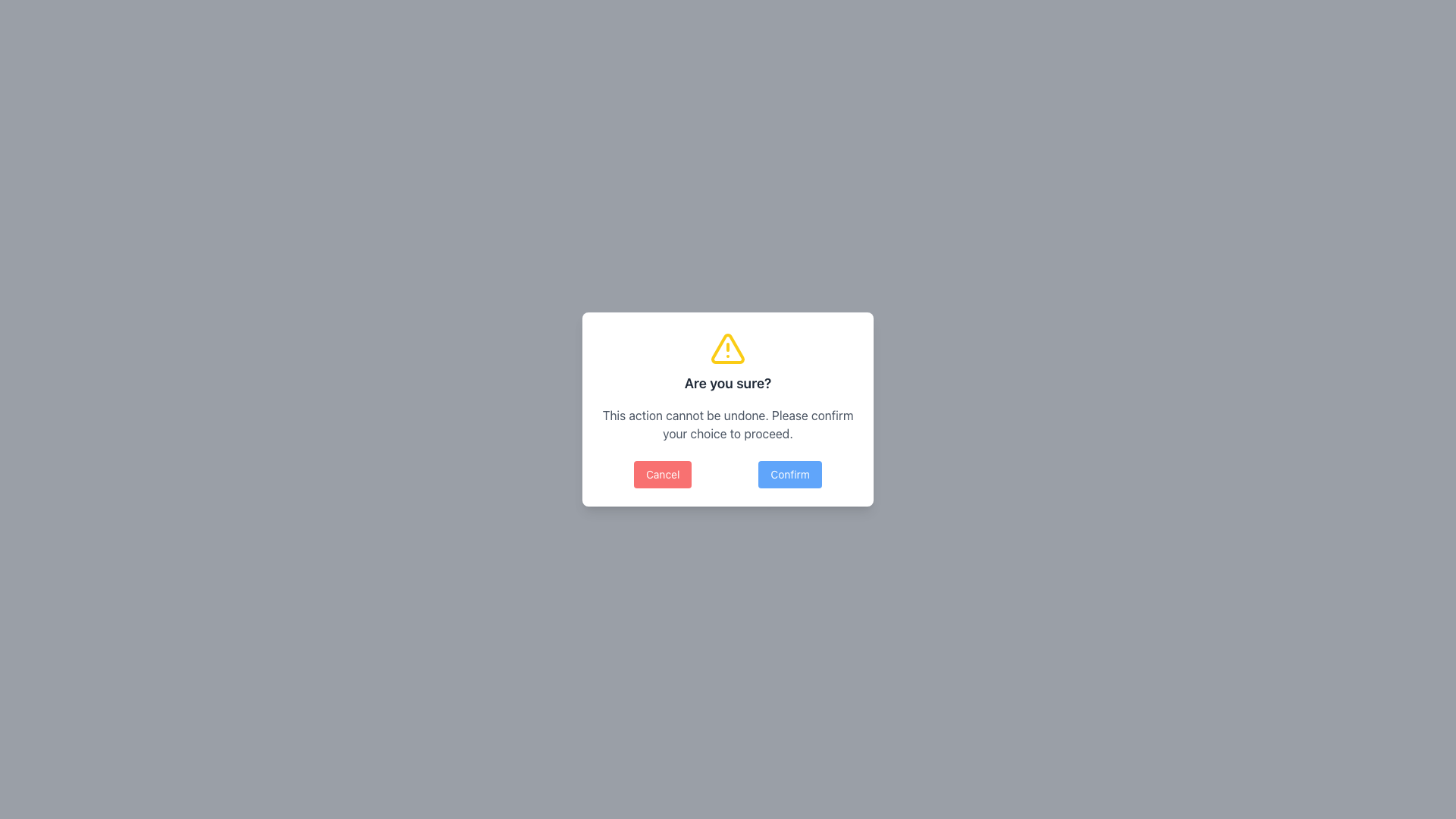  I want to click on the yellow triangular warning icon with an exclamation mark inside, which is located above the 'Are you sure?' heading in the modal dialog box, so click(728, 348).